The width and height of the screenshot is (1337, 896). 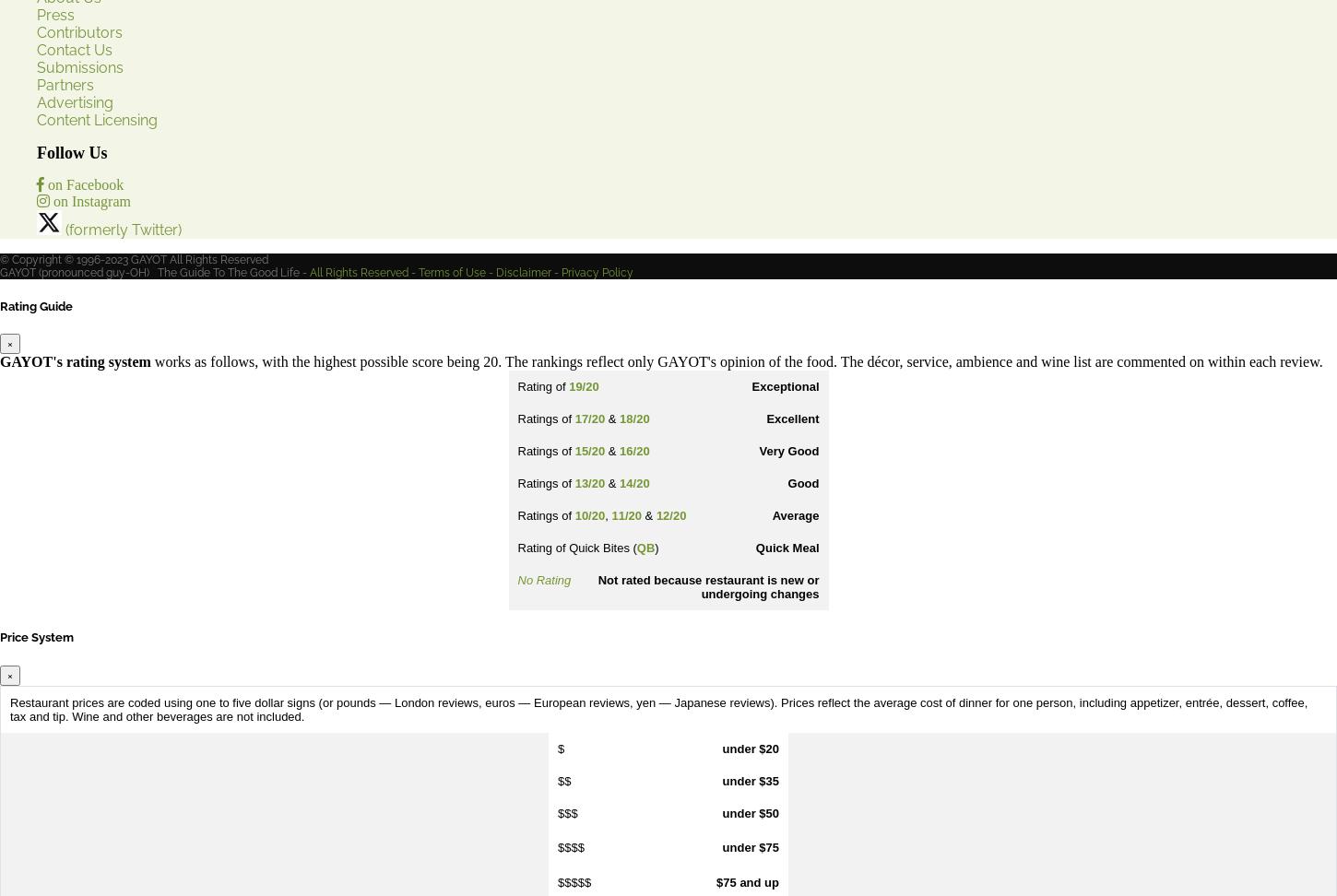 What do you see at coordinates (37, 313) in the screenshot?
I see `'Latest Articles'` at bounding box center [37, 313].